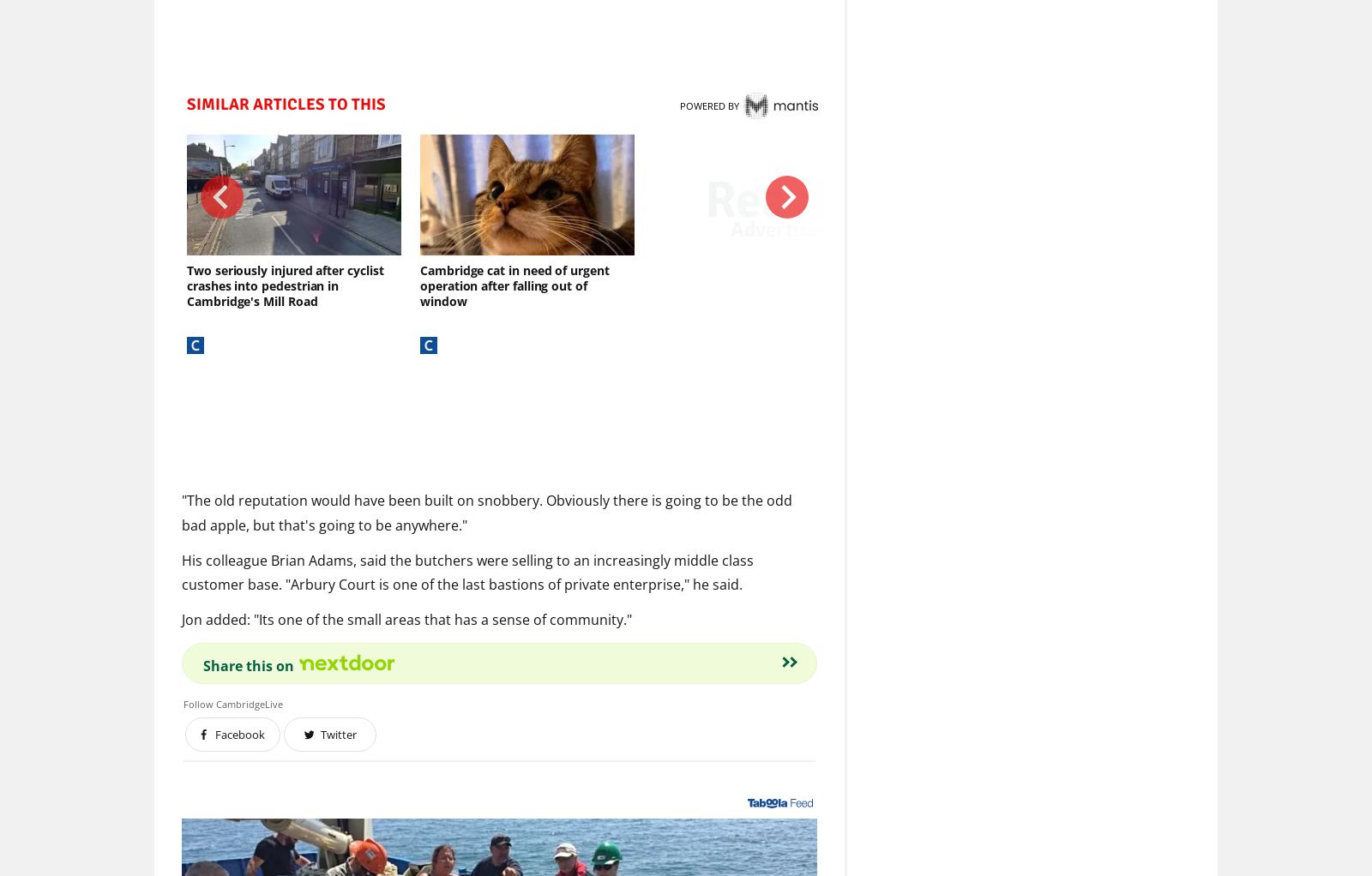 The width and height of the screenshot is (1372, 876). What do you see at coordinates (285, 285) in the screenshot?
I see `'Two seriously injured after cyclist crashes into pedestrian in Cambridge's Mill Road'` at bounding box center [285, 285].